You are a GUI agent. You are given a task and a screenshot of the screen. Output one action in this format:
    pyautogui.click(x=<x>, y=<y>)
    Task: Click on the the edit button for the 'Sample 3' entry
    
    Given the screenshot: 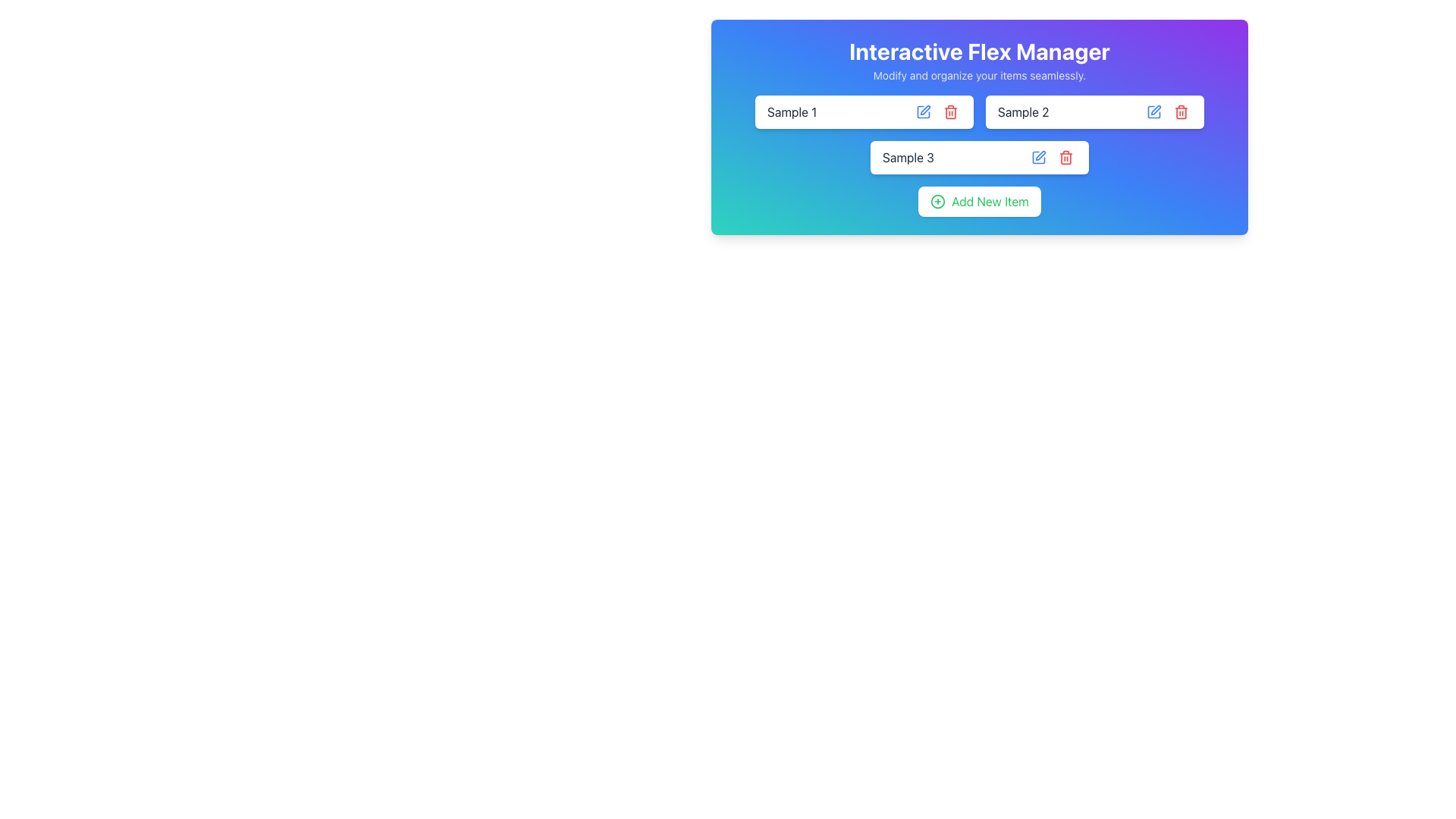 What is the action you would take?
    pyautogui.click(x=1037, y=158)
    